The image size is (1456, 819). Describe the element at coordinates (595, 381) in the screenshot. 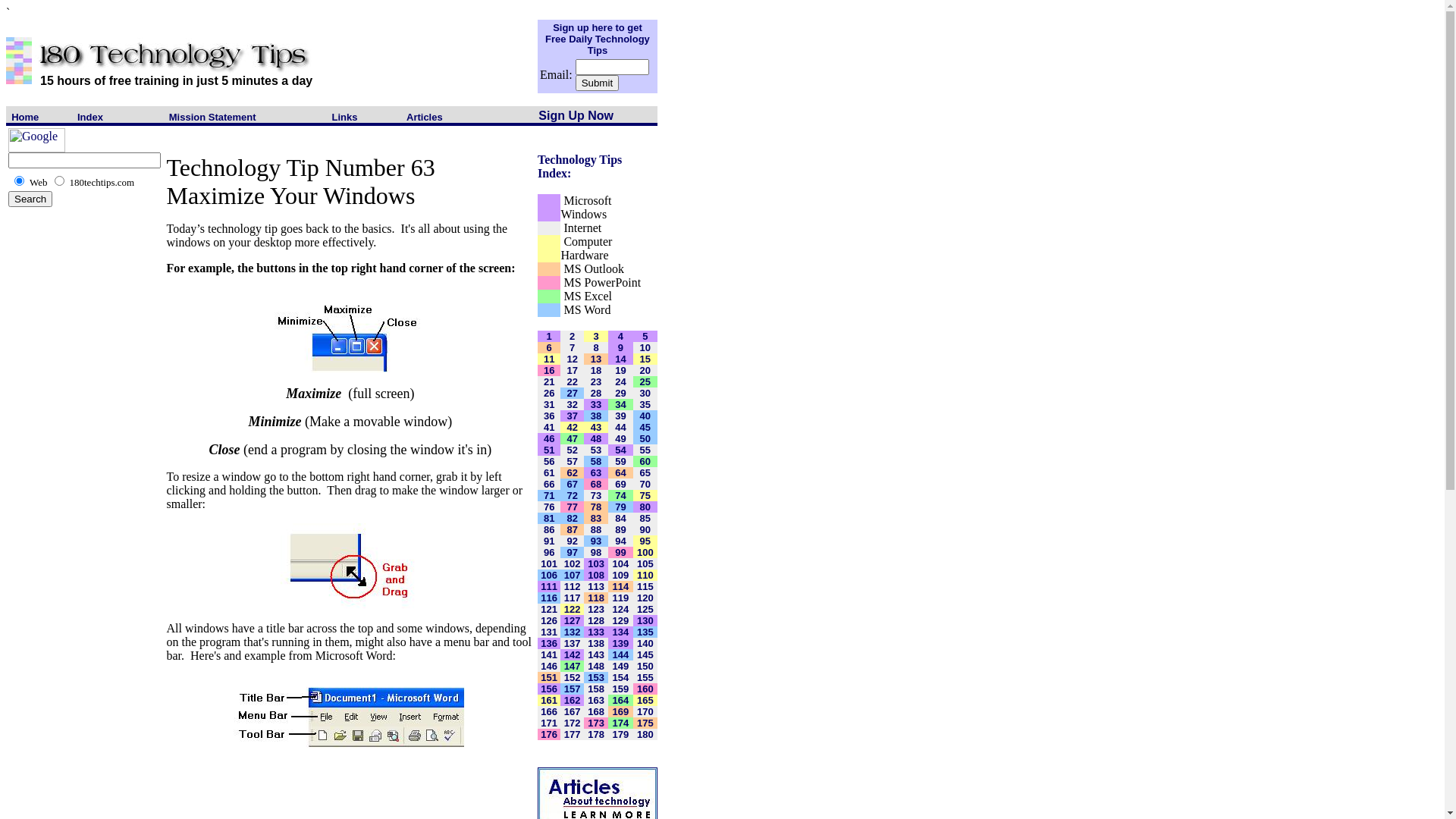

I see `'23'` at that location.